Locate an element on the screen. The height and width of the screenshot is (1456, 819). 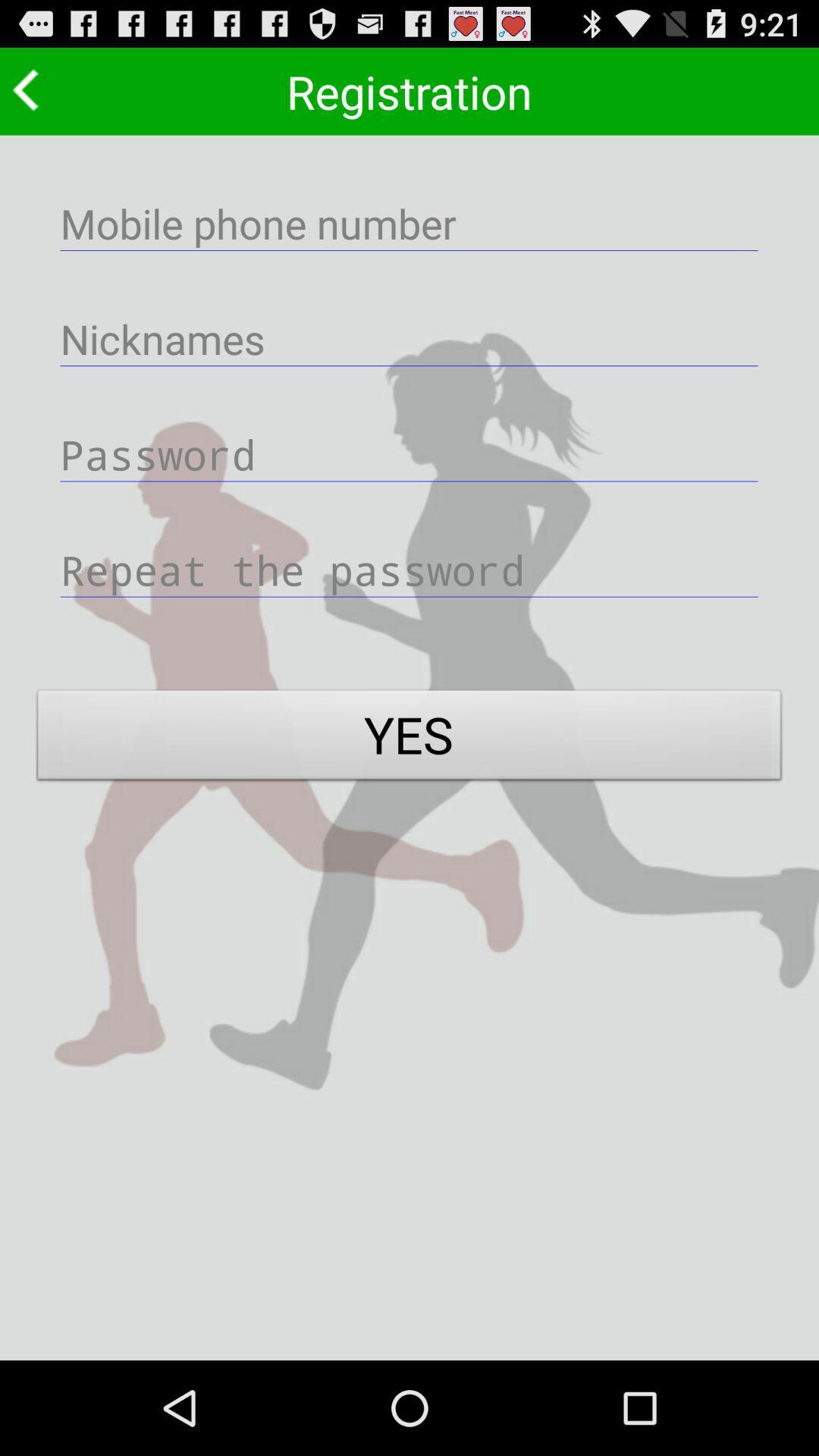
reenter password is located at coordinates (409, 569).